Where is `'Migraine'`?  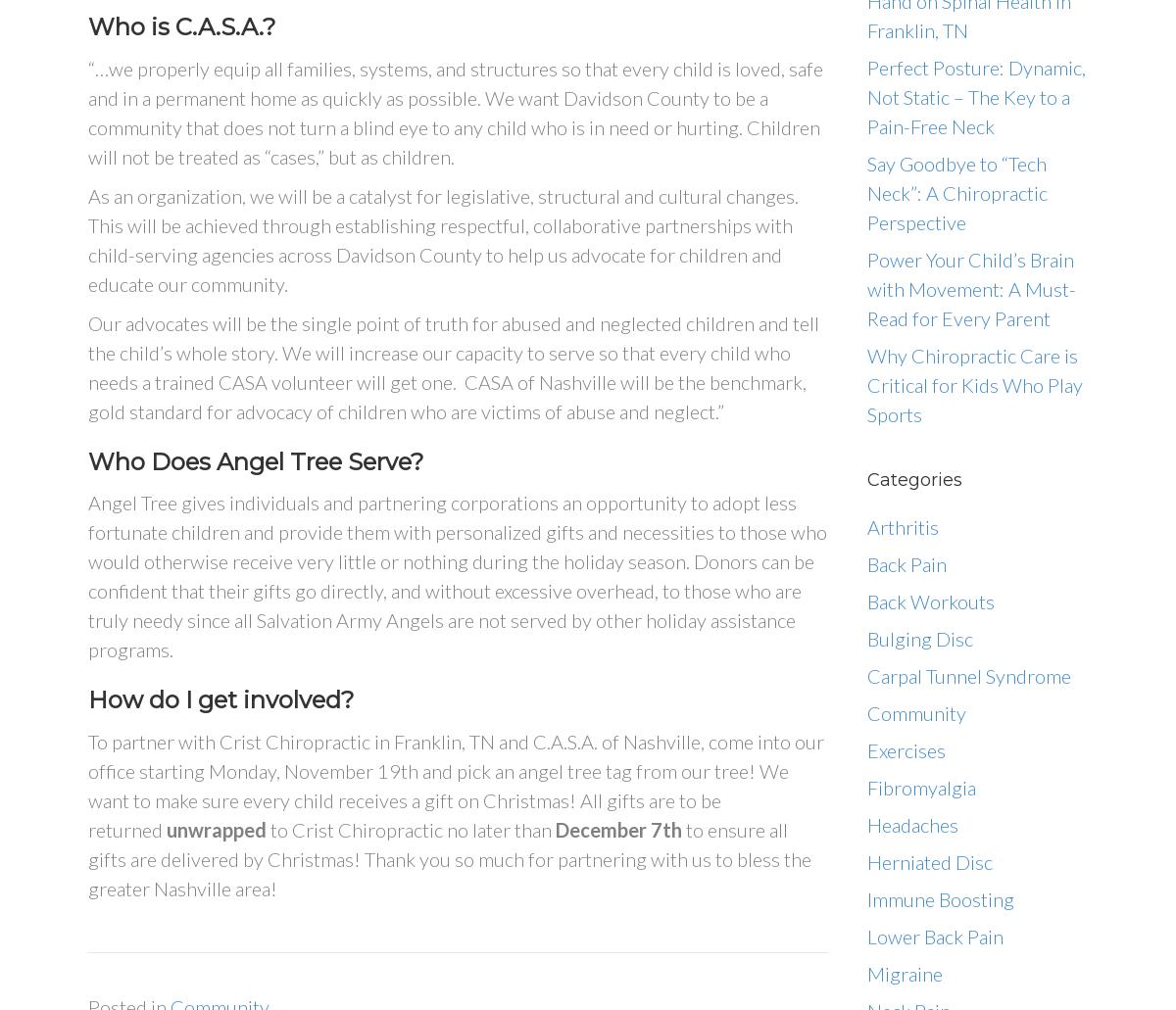
'Migraine' is located at coordinates (905, 972).